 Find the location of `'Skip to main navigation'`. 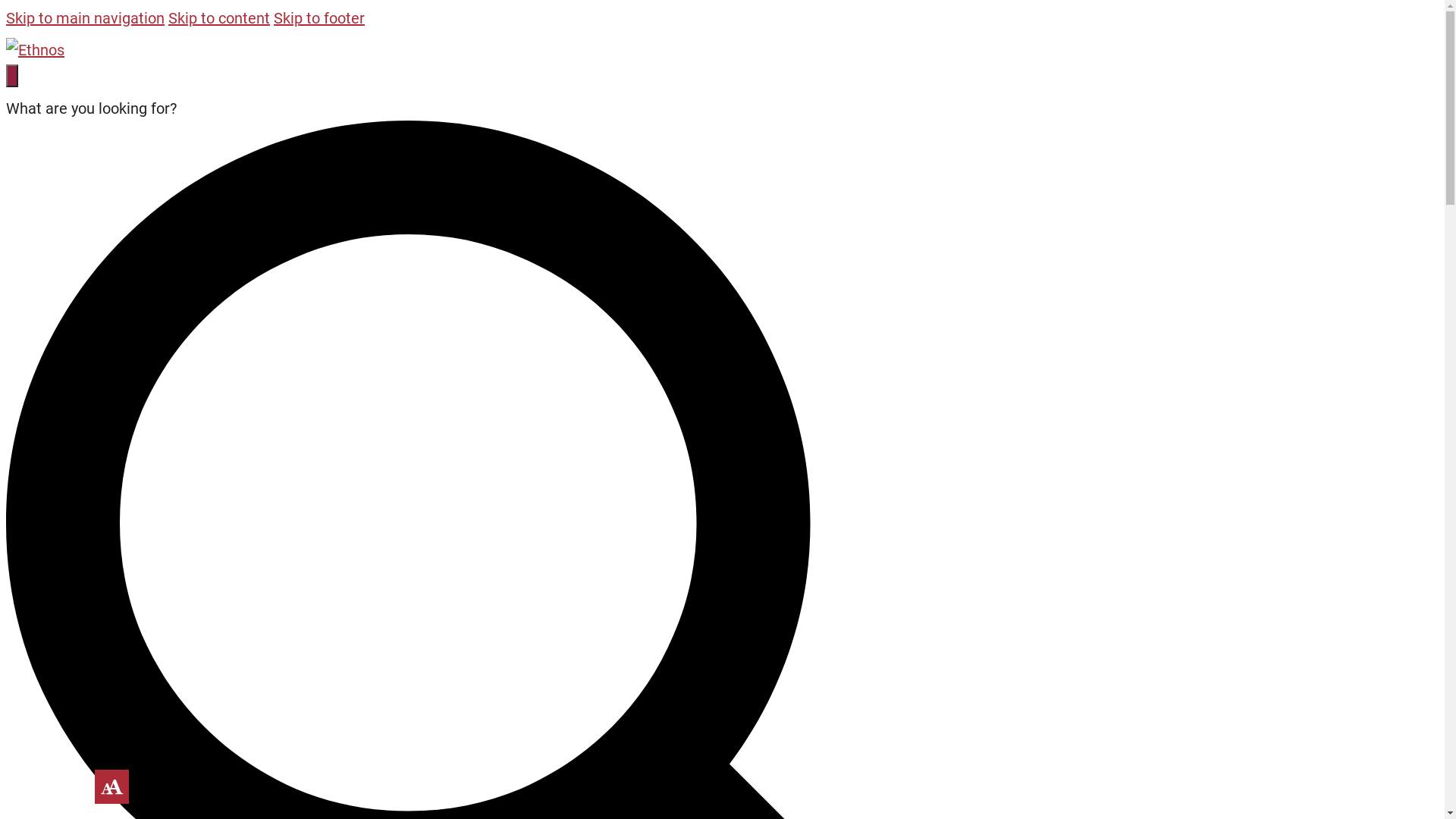

'Skip to main navigation' is located at coordinates (6, 17).